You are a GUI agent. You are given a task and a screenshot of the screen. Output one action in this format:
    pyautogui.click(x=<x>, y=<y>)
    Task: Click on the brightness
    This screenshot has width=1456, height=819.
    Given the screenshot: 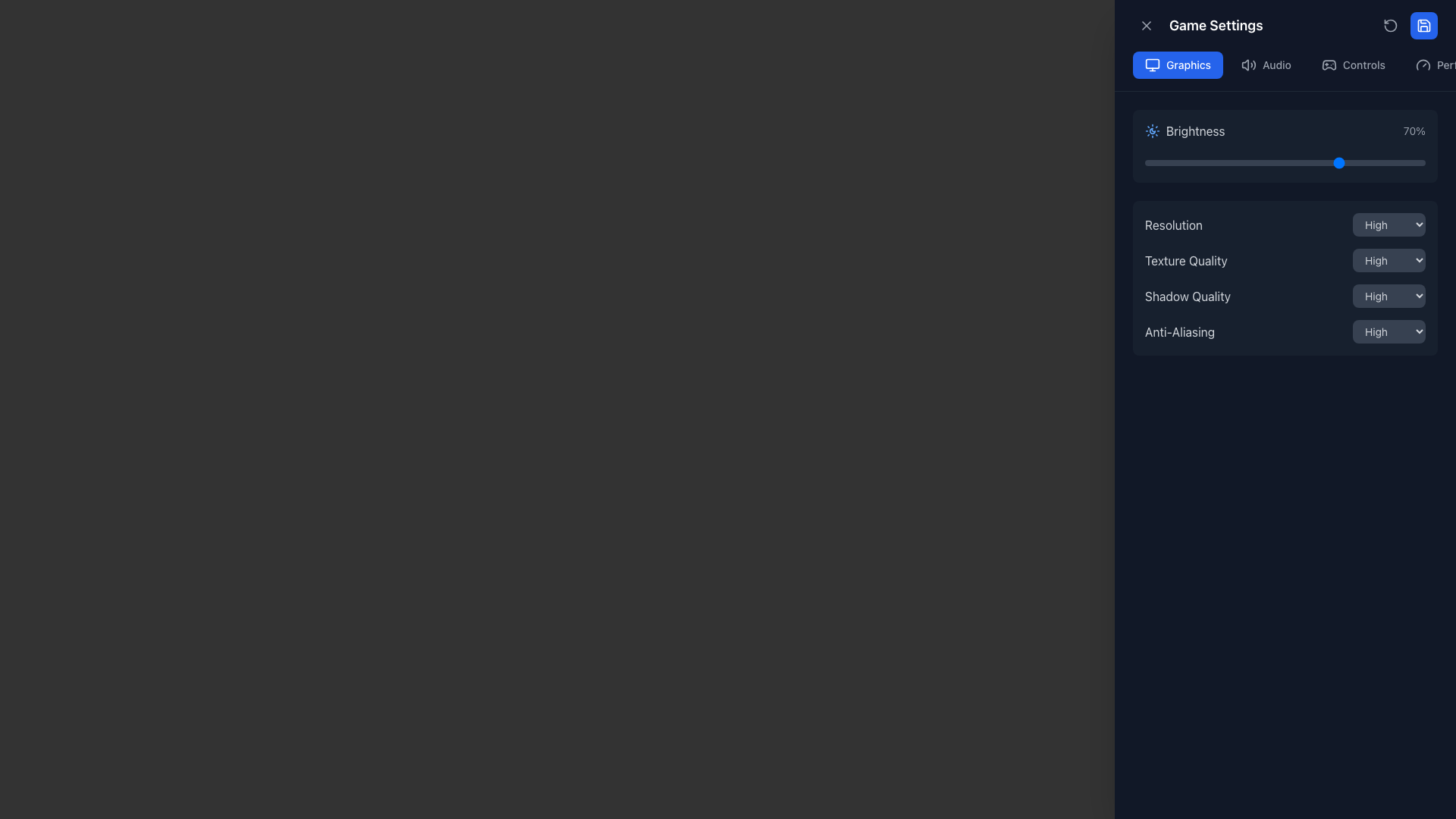 What is the action you would take?
    pyautogui.click(x=1229, y=163)
    